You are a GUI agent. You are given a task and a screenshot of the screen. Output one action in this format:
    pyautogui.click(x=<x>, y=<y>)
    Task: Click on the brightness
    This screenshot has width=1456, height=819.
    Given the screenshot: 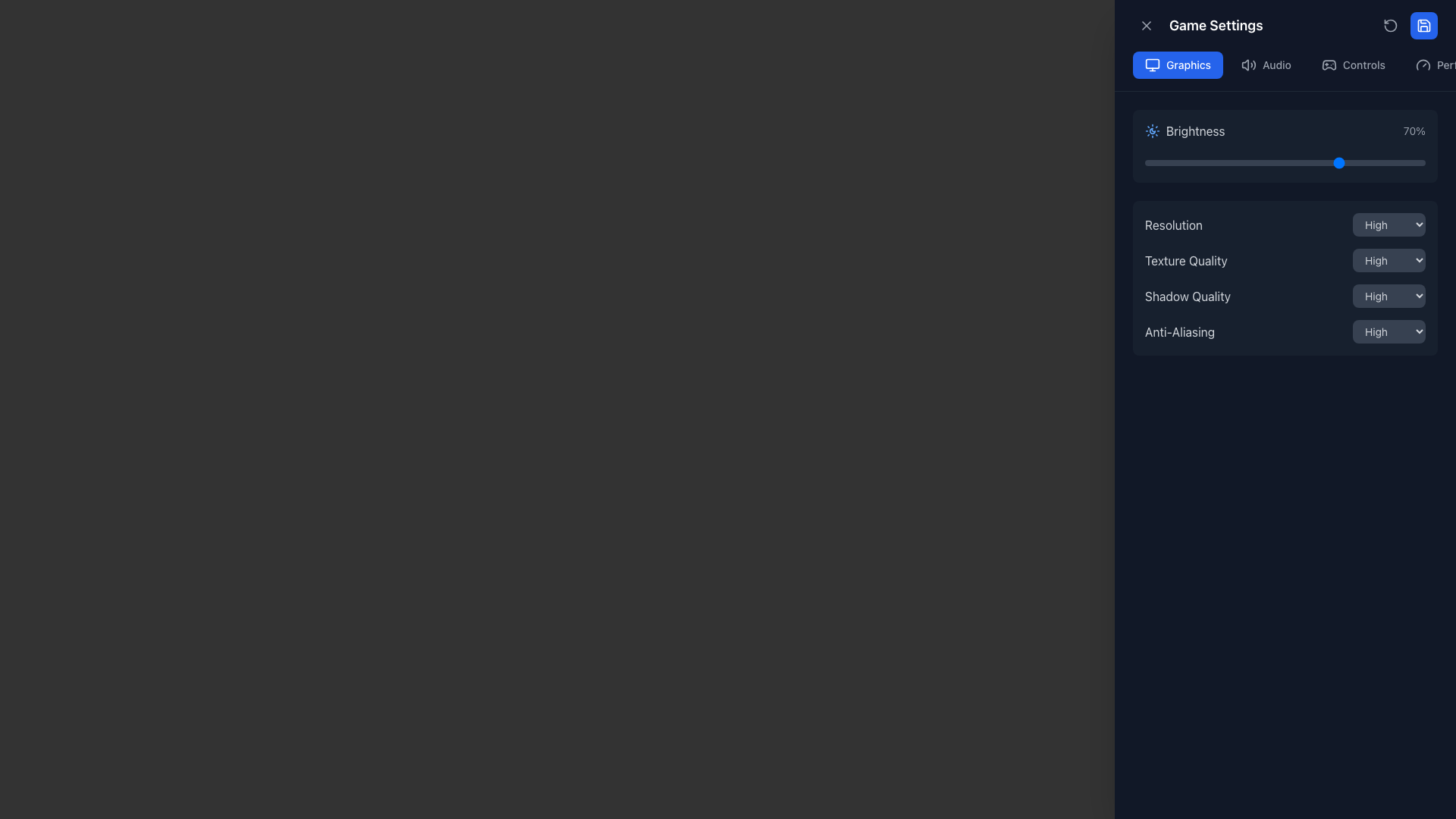 What is the action you would take?
    pyautogui.click(x=1229, y=163)
    